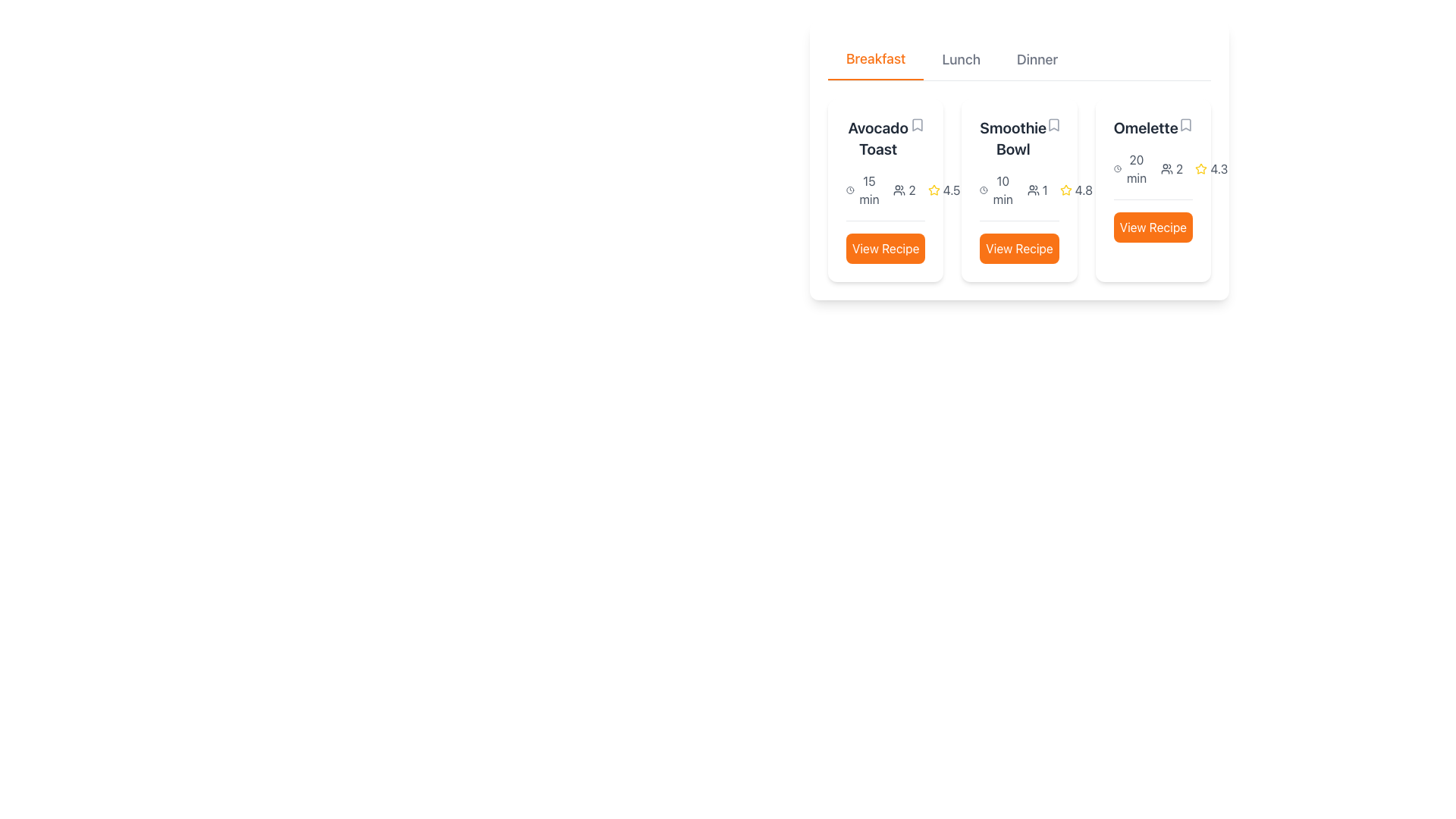  I want to click on informational display showing '20 min' and '2' located in the upper-middle portion of the 'Omelette' card, positioned between the title 'Omelette' and the button 'View Recipe', so click(1153, 169).